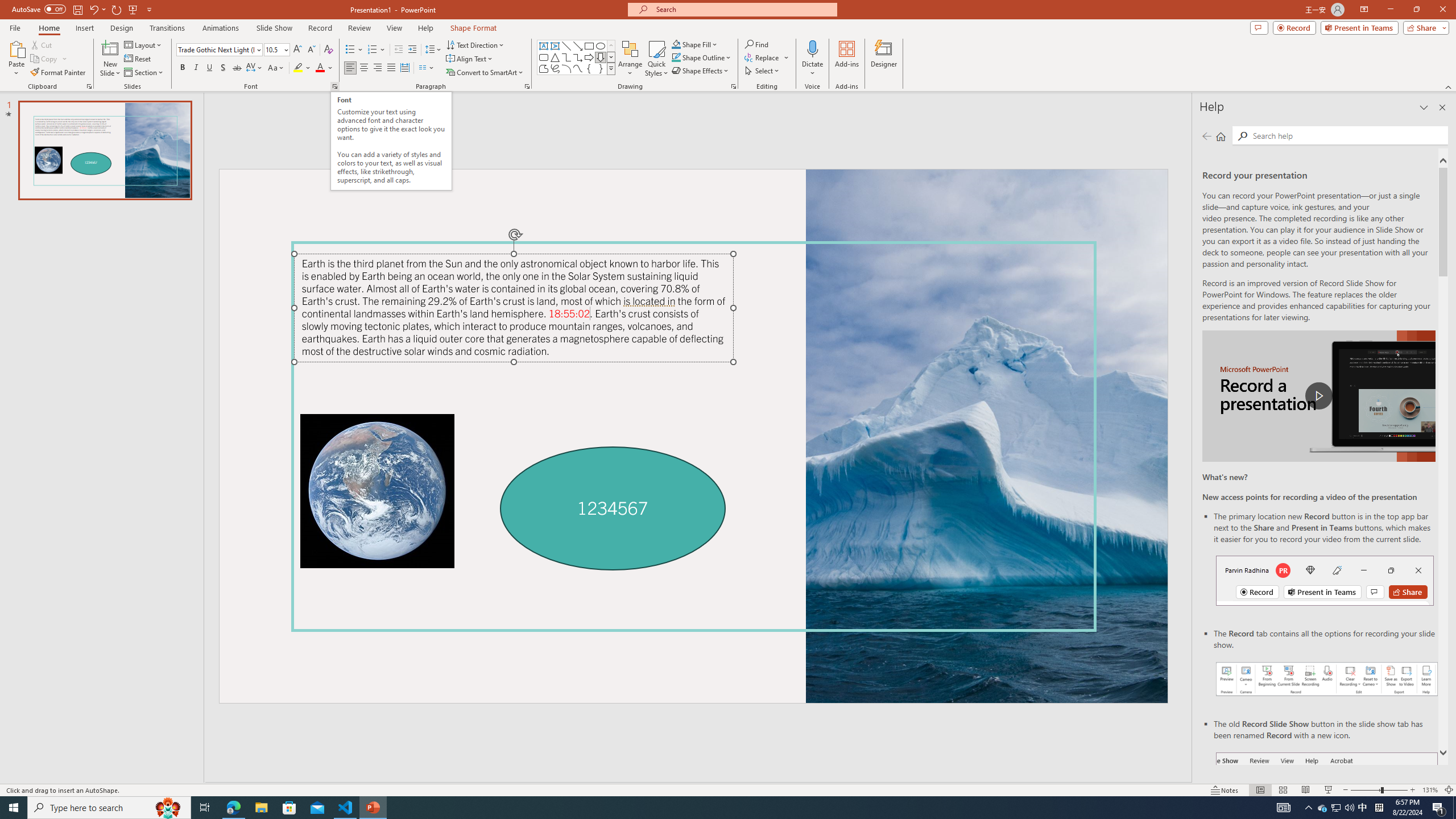 The height and width of the screenshot is (819, 1456). I want to click on 'Paste', so click(16, 48).